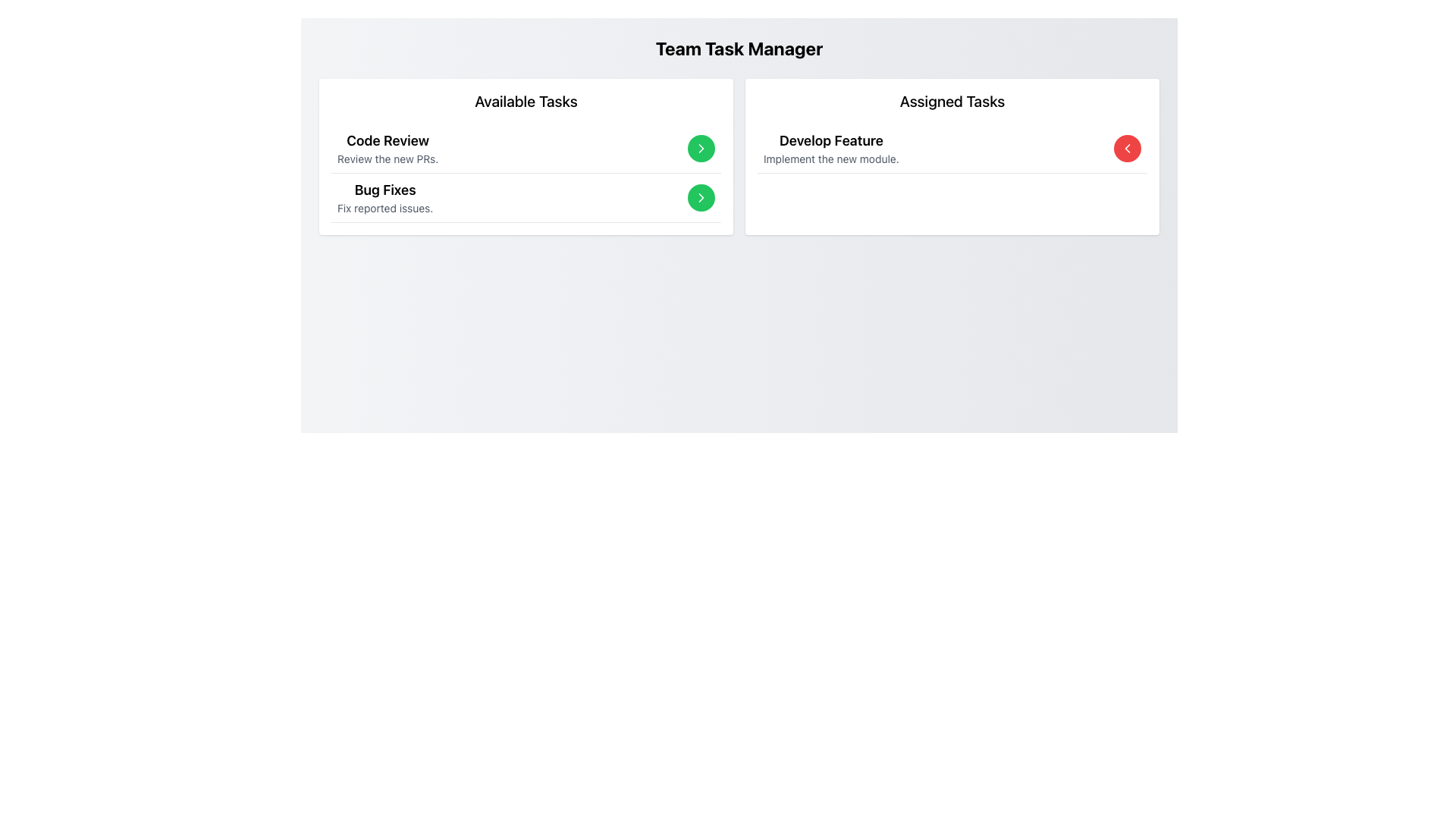  I want to click on the chevron arrow located in the rightmost part of the 'Available Tasks' card associated with the 'Bug Fixes' task to trigger tooltips or visual effects, so click(701, 197).